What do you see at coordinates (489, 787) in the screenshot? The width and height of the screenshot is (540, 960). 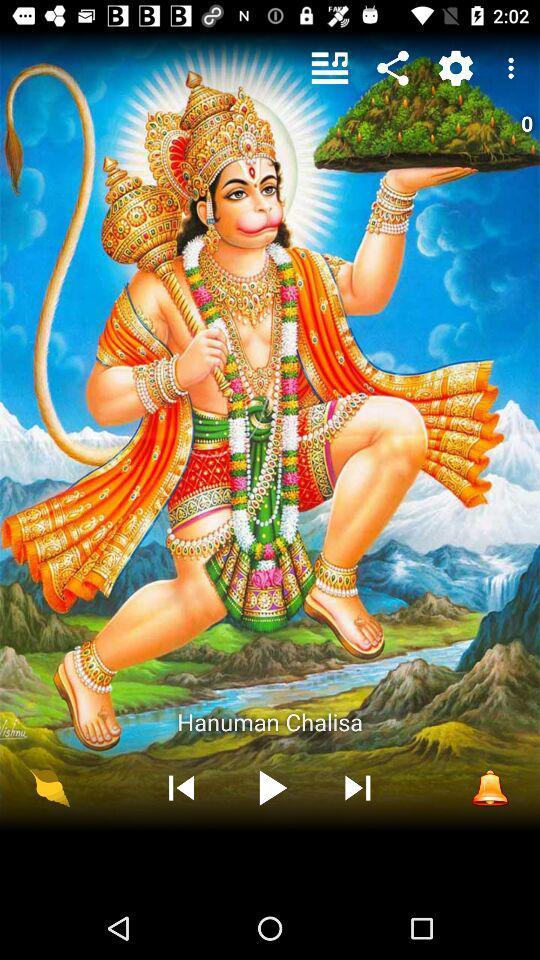 I see `the item at the bottom right corner` at bounding box center [489, 787].